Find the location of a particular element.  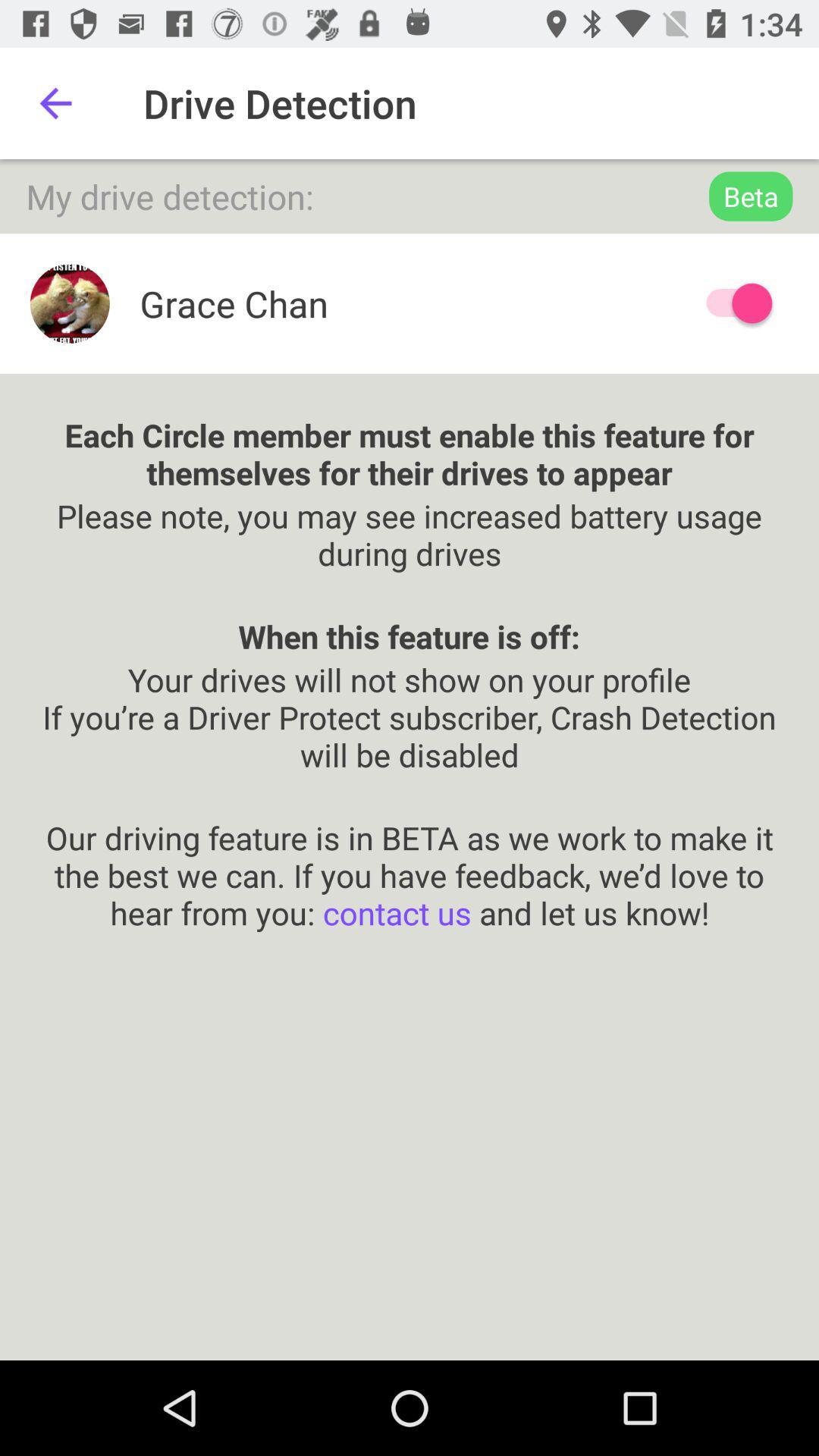

the item above the my drive detection: item is located at coordinates (55, 102).